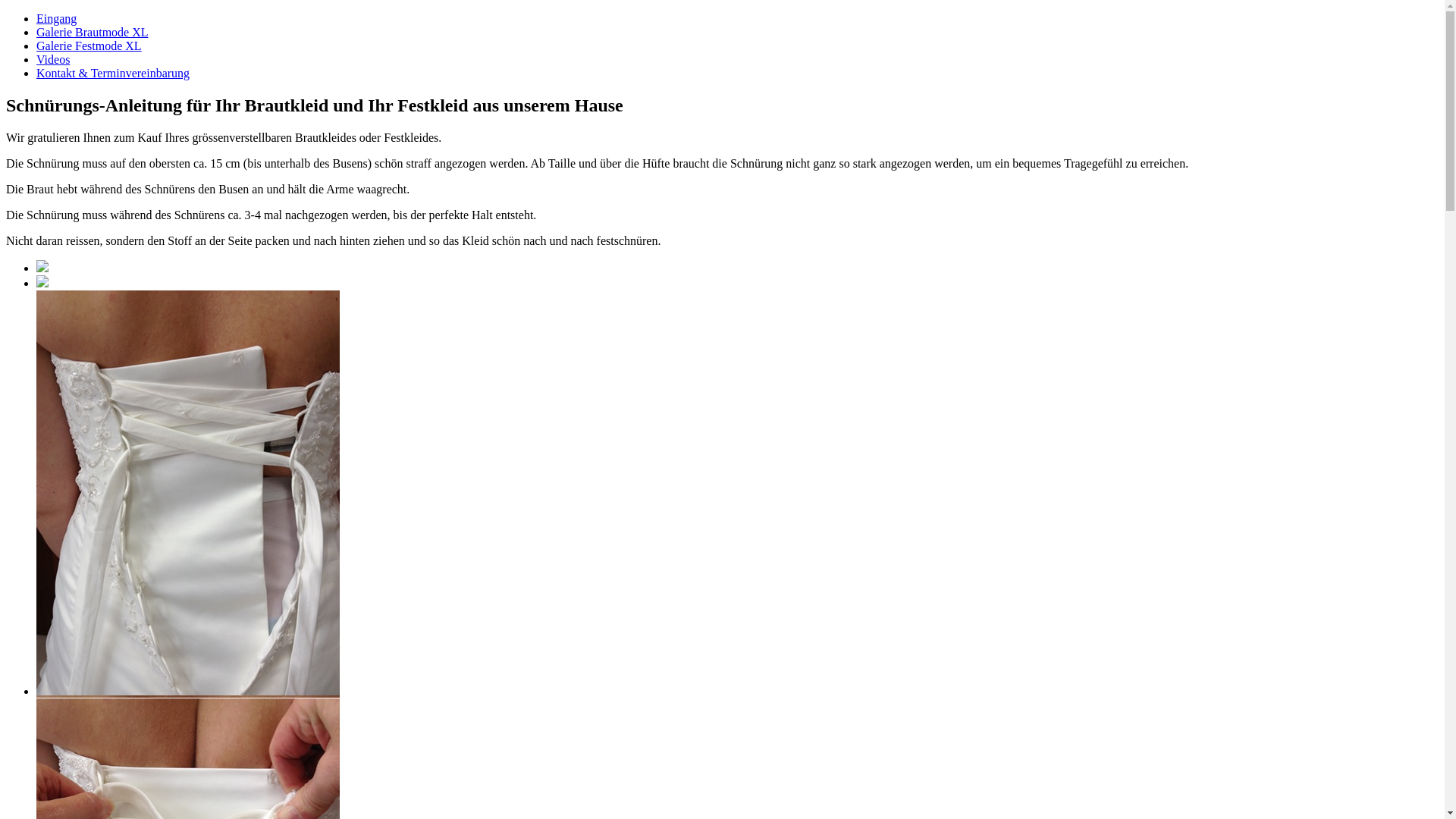 This screenshot has height=819, width=1456. What do you see at coordinates (111, 73) in the screenshot?
I see `'Kontakt & Terminvereinbarung'` at bounding box center [111, 73].